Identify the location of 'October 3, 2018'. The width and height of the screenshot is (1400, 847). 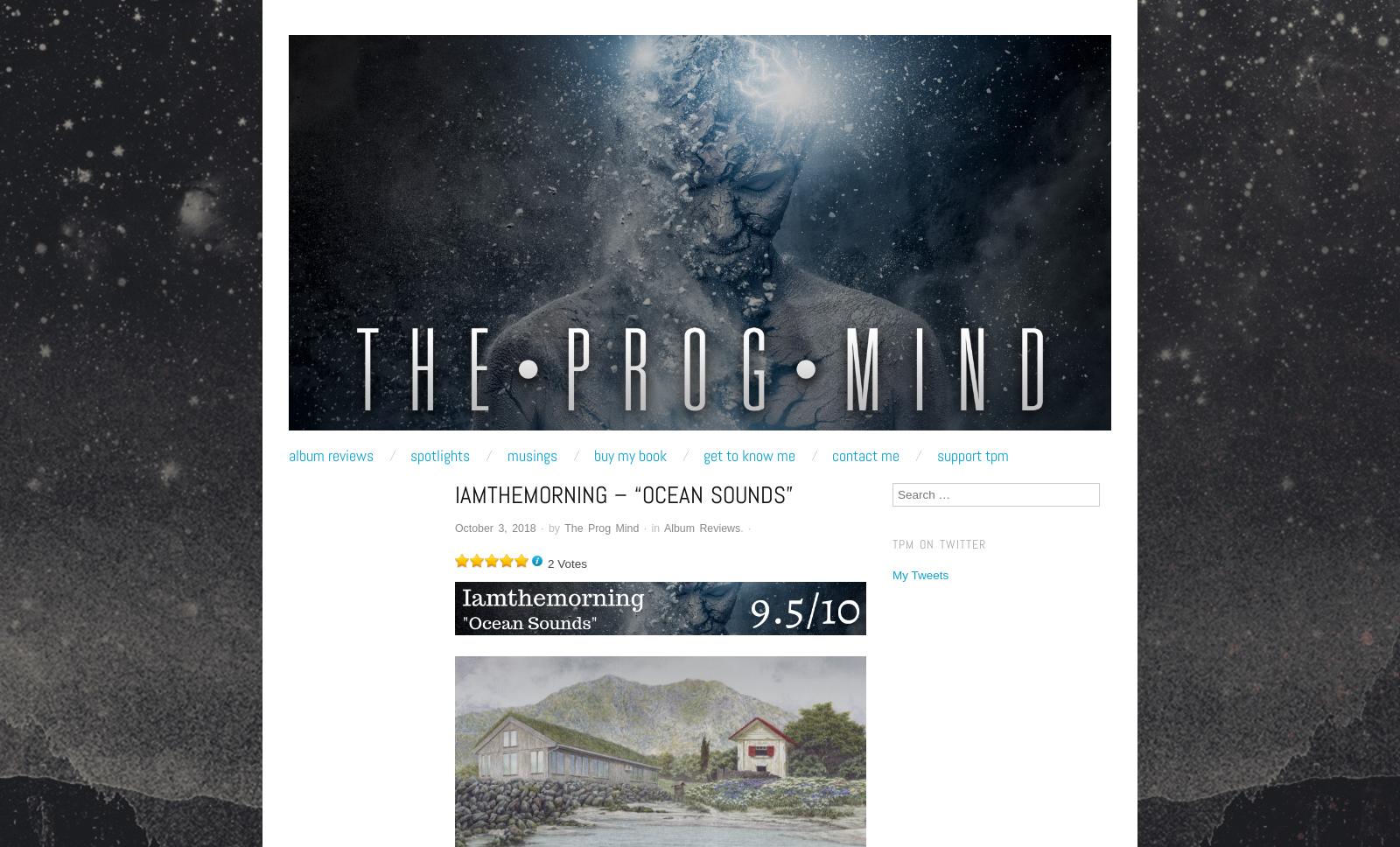
(494, 527).